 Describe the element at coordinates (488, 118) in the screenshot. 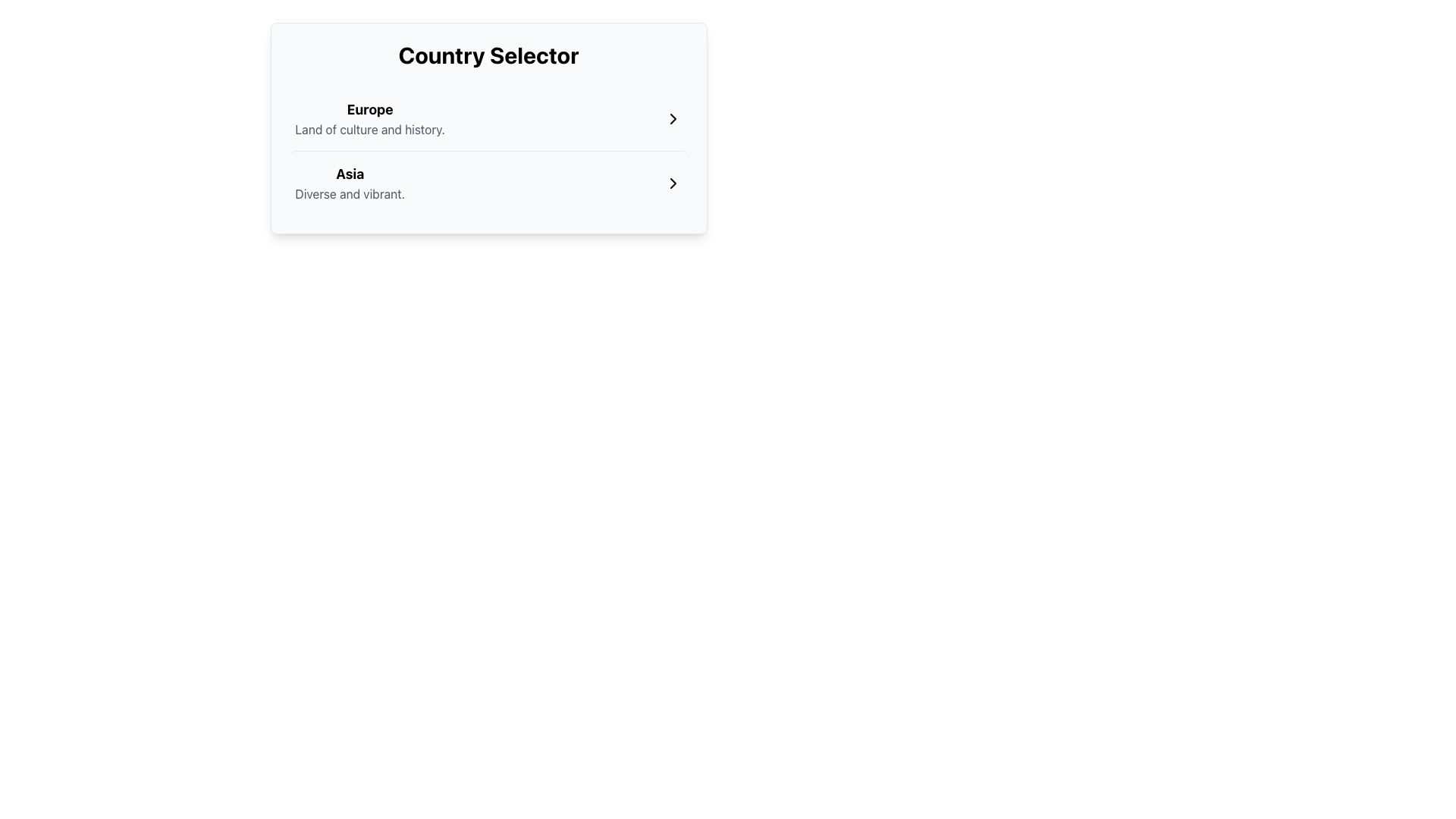

I see `the selectable list item representing the country 'Europe'` at that location.